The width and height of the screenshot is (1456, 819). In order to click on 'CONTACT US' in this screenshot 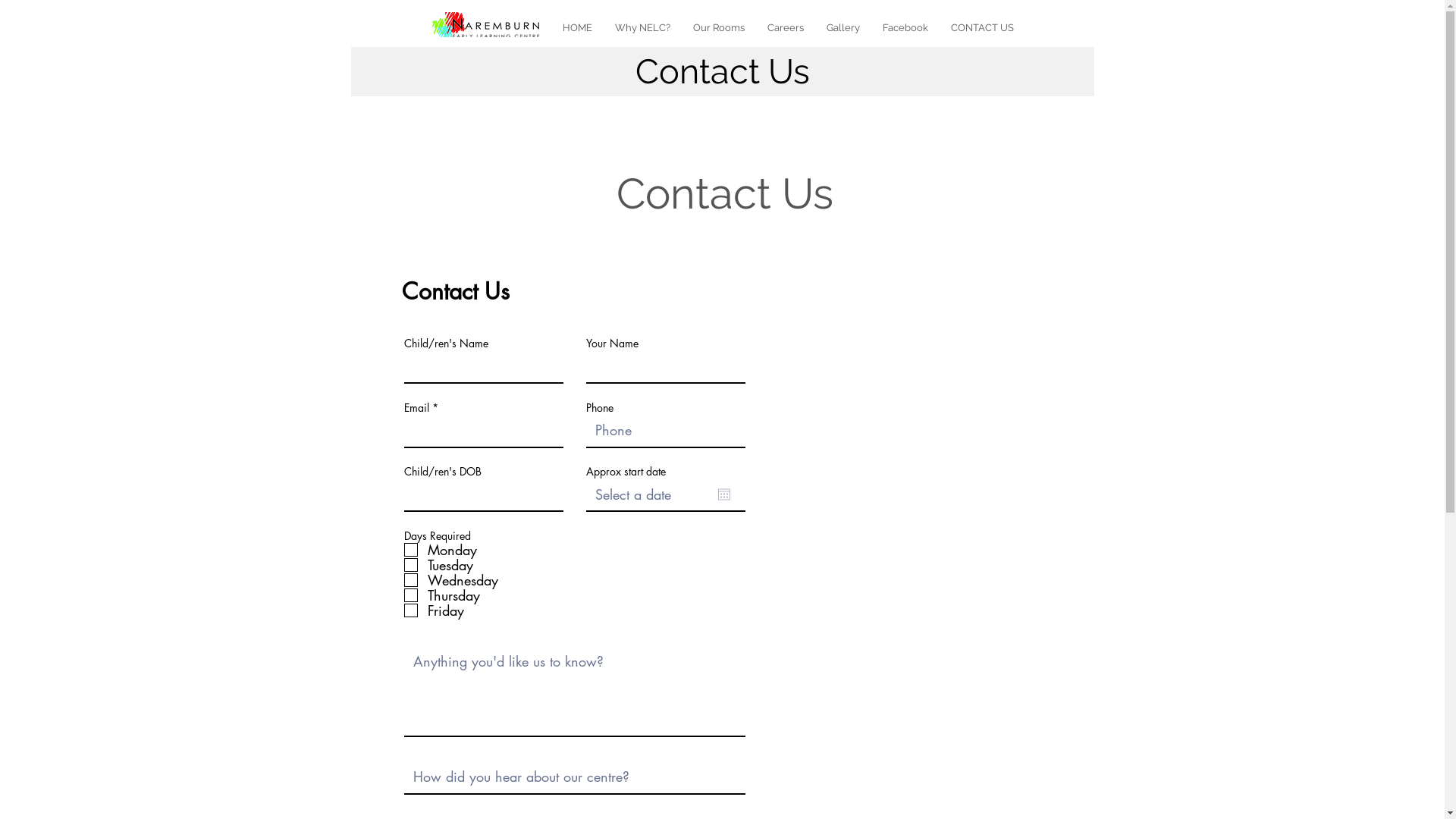, I will do `click(981, 27)`.